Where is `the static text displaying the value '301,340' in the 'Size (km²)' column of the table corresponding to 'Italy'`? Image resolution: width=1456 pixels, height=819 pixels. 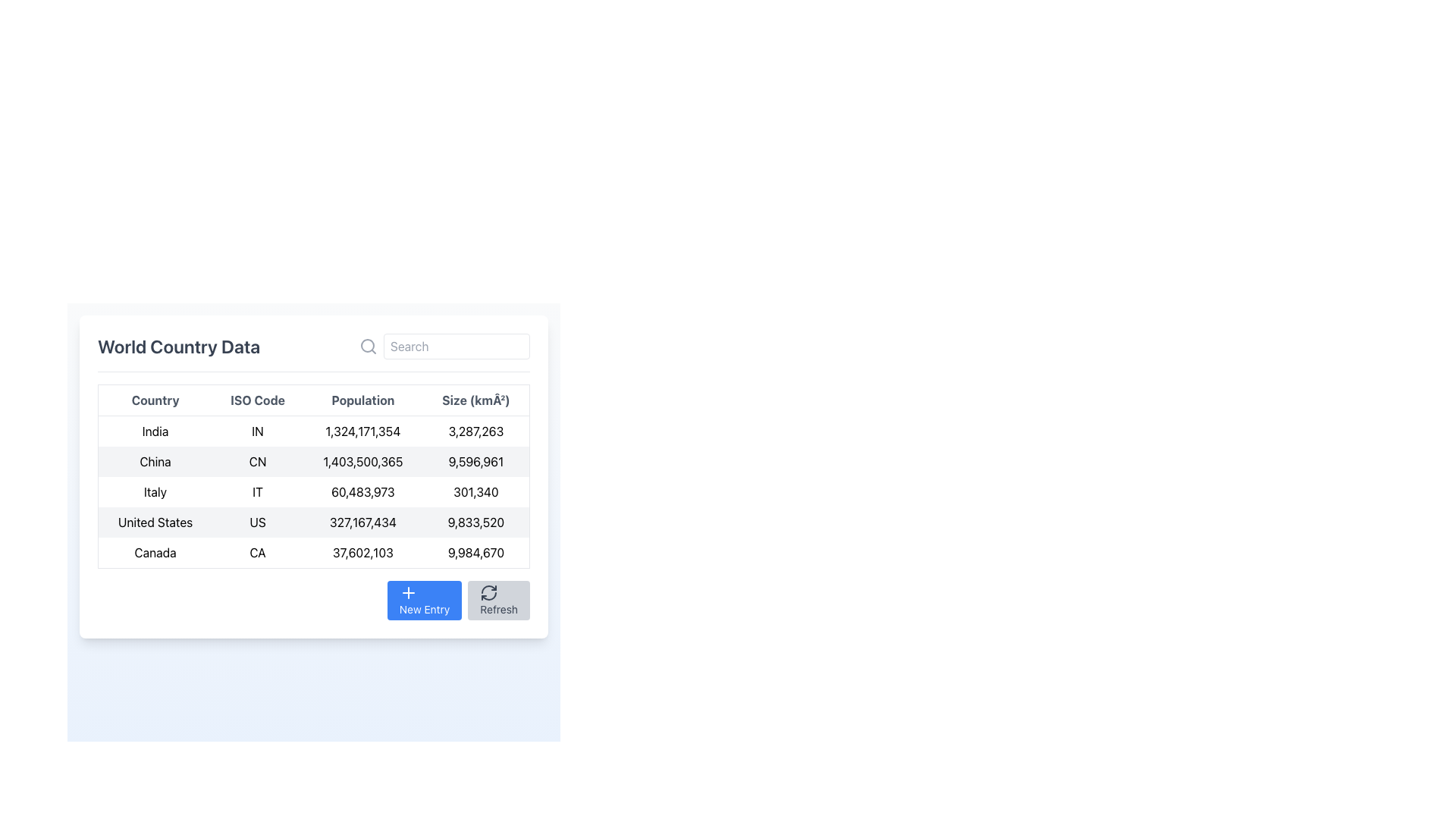 the static text displaying the value '301,340' in the 'Size (km²)' column of the table corresponding to 'Italy' is located at coordinates (475, 491).